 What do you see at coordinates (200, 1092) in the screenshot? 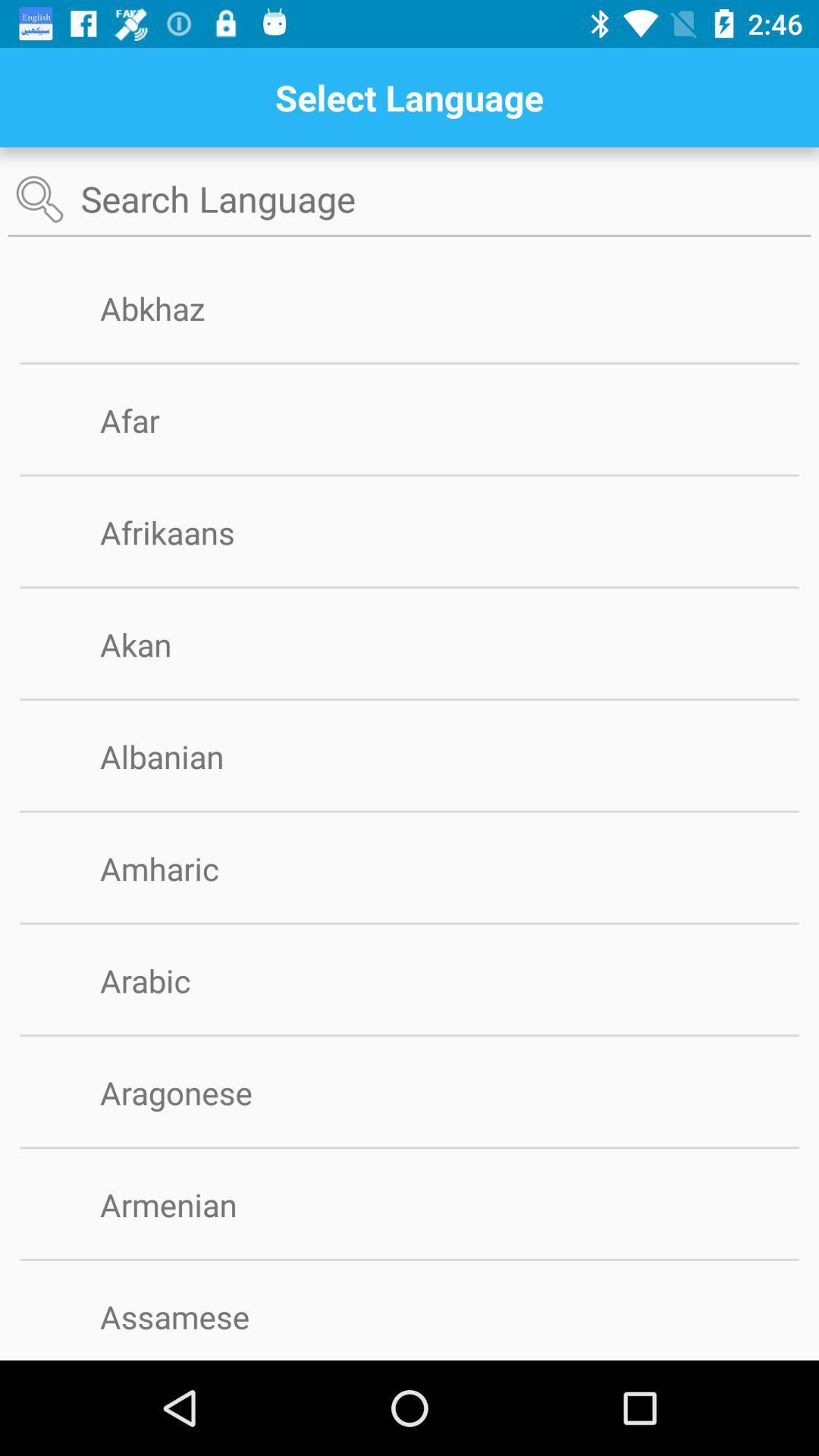
I see `aragonese app` at bounding box center [200, 1092].